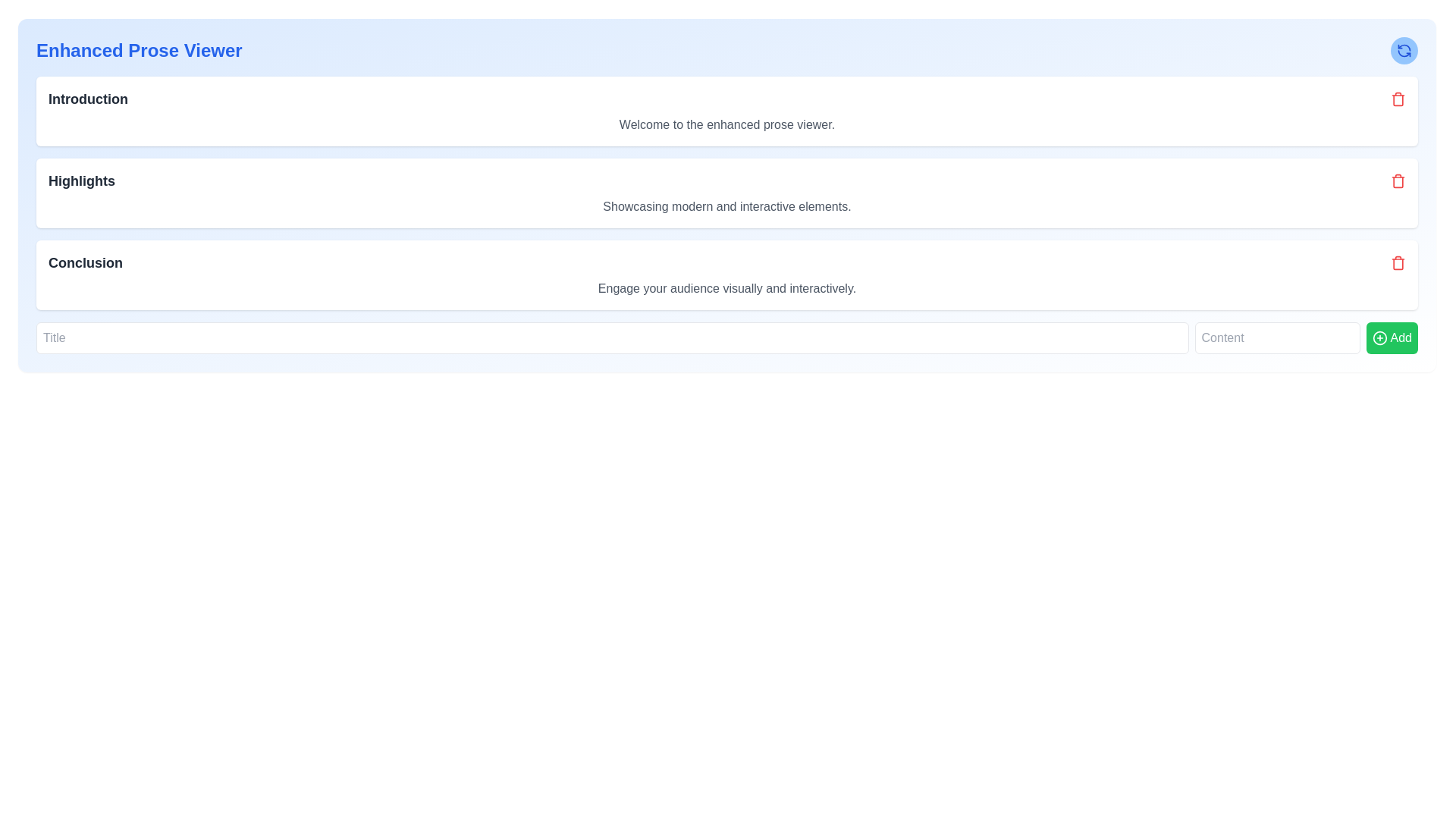 This screenshot has width=1456, height=819. I want to click on the static text that reads 'Welcome to the enhanced prose viewer.', which is styled in gray and located below the 'Introduction' heading, so click(726, 124).